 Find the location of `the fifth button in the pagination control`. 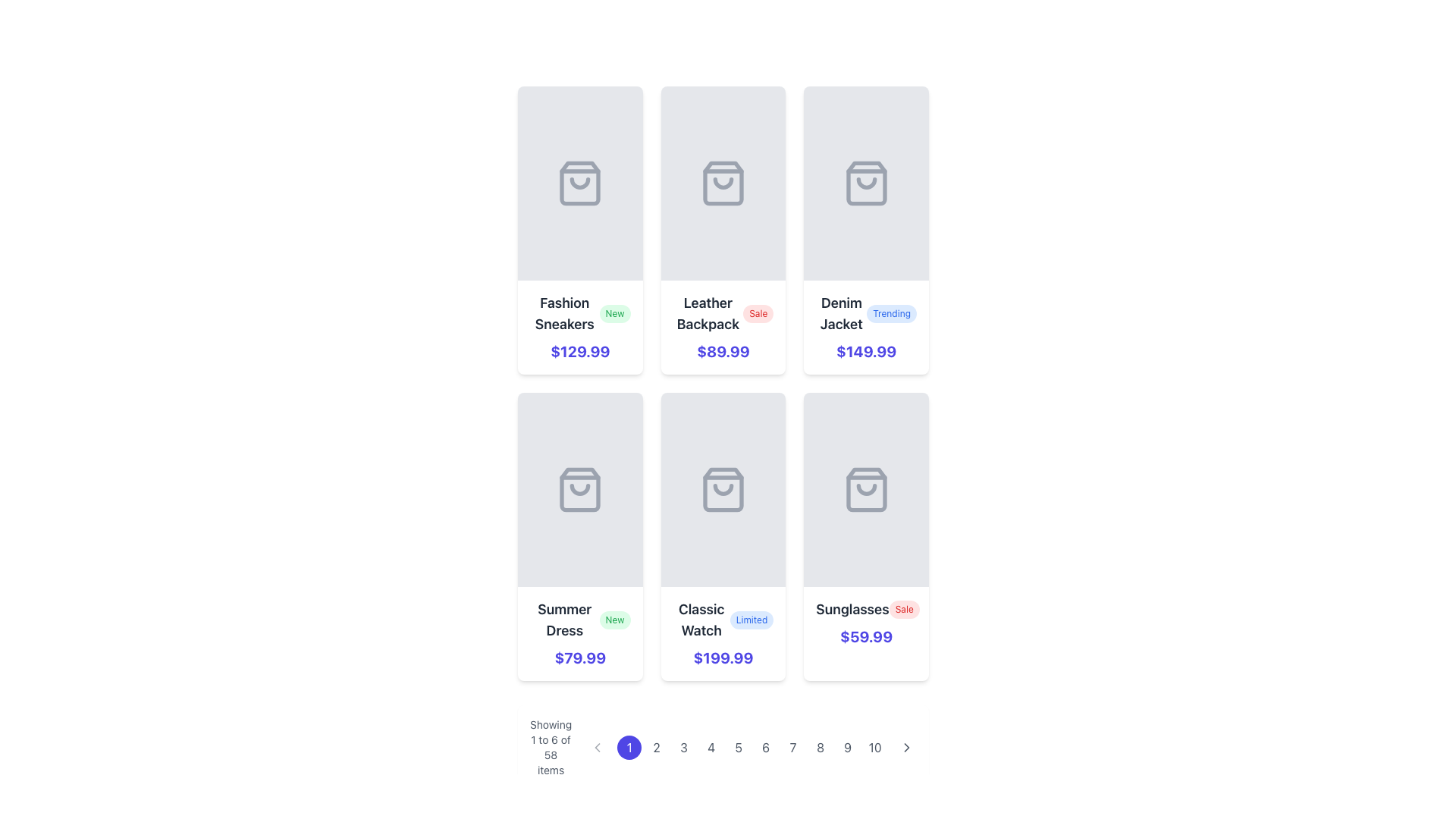

the fifth button in the pagination control is located at coordinates (752, 747).